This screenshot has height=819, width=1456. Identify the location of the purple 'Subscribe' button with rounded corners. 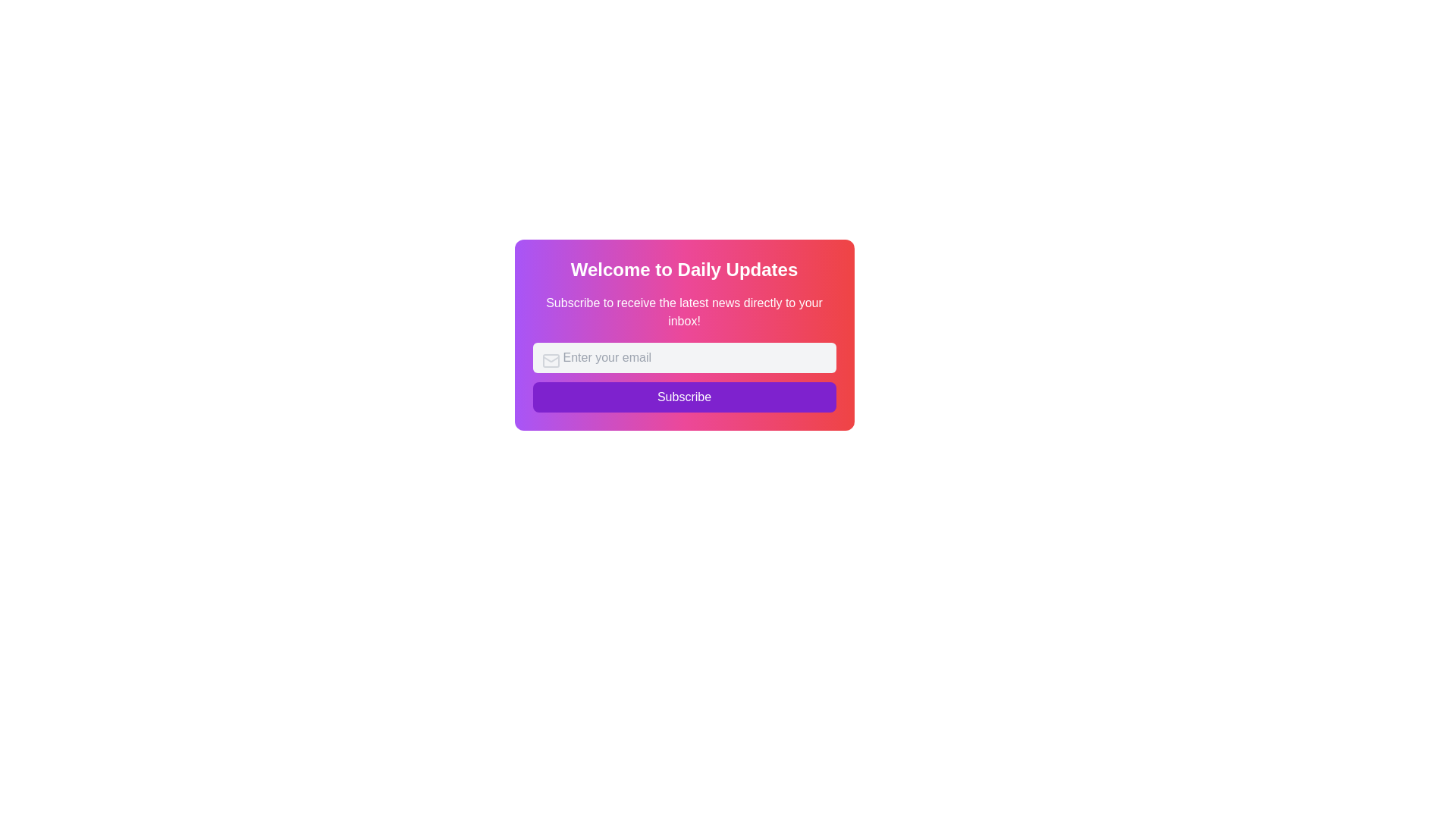
(683, 397).